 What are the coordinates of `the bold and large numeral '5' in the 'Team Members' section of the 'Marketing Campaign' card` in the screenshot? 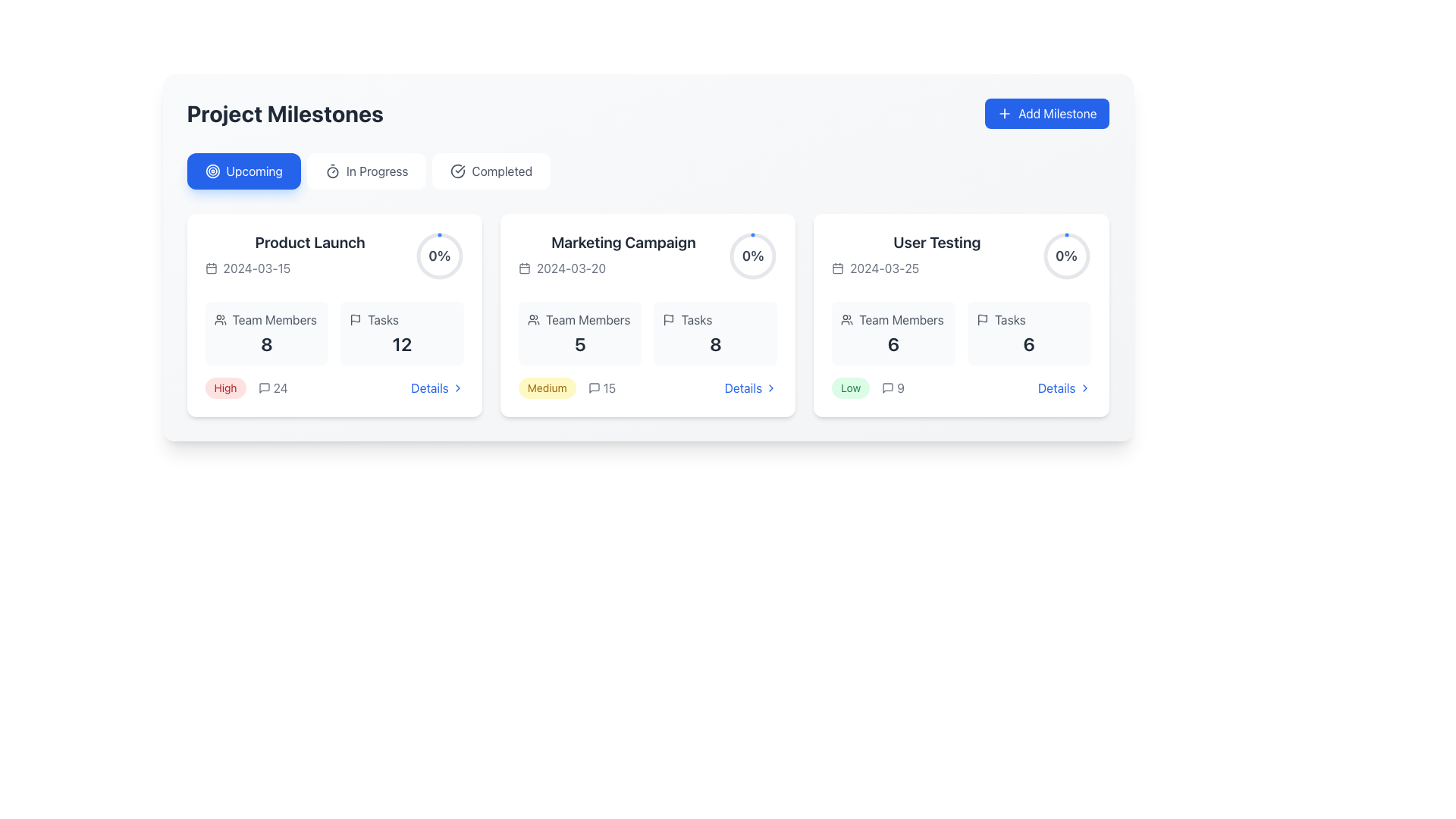 It's located at (579, 344).